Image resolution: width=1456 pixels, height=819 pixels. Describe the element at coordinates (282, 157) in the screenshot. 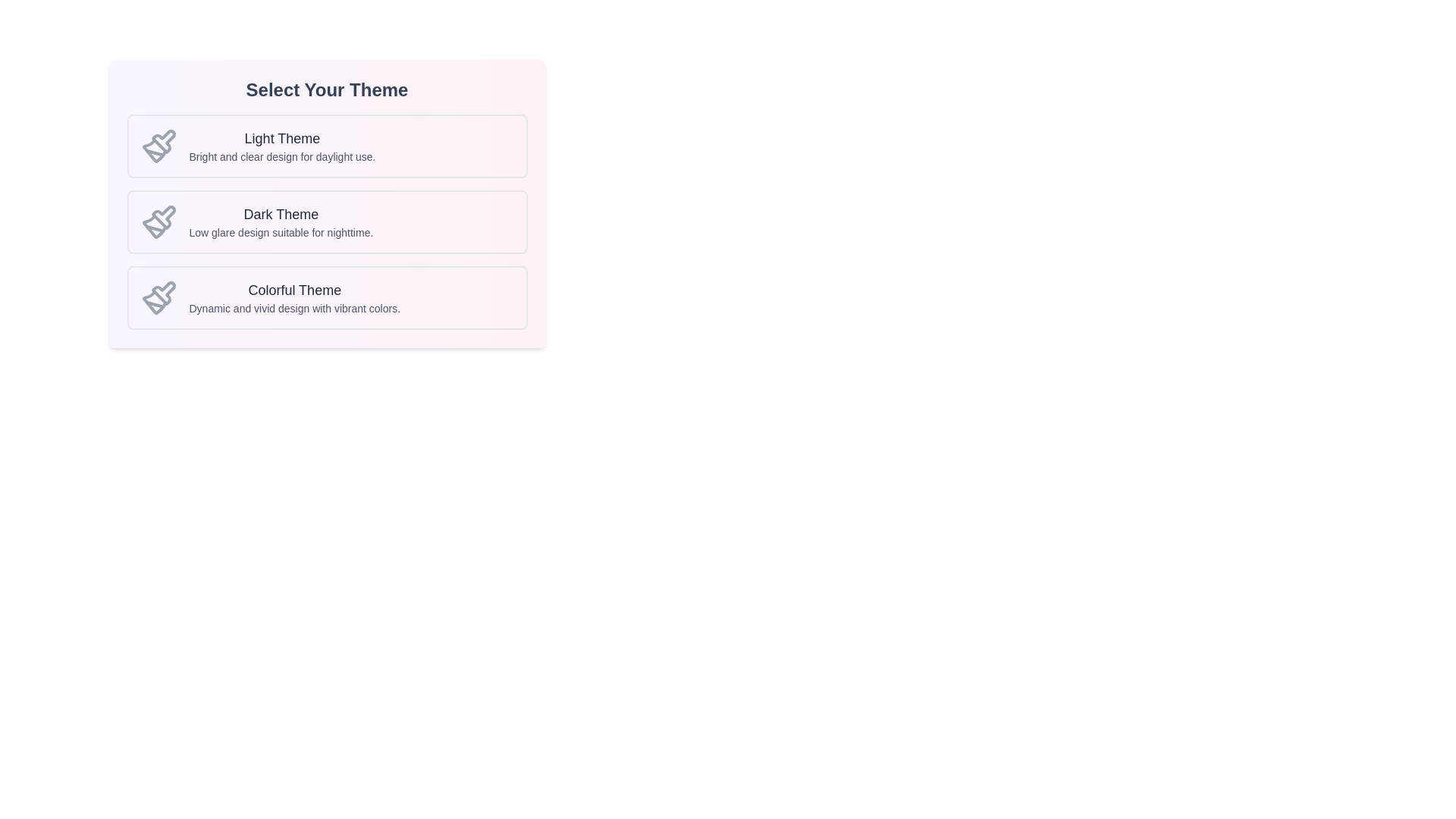

I see `the descriptive text block located directly underneath the 'Light Theme' title in the theme selection interface to use the information for decision-making` at that location.